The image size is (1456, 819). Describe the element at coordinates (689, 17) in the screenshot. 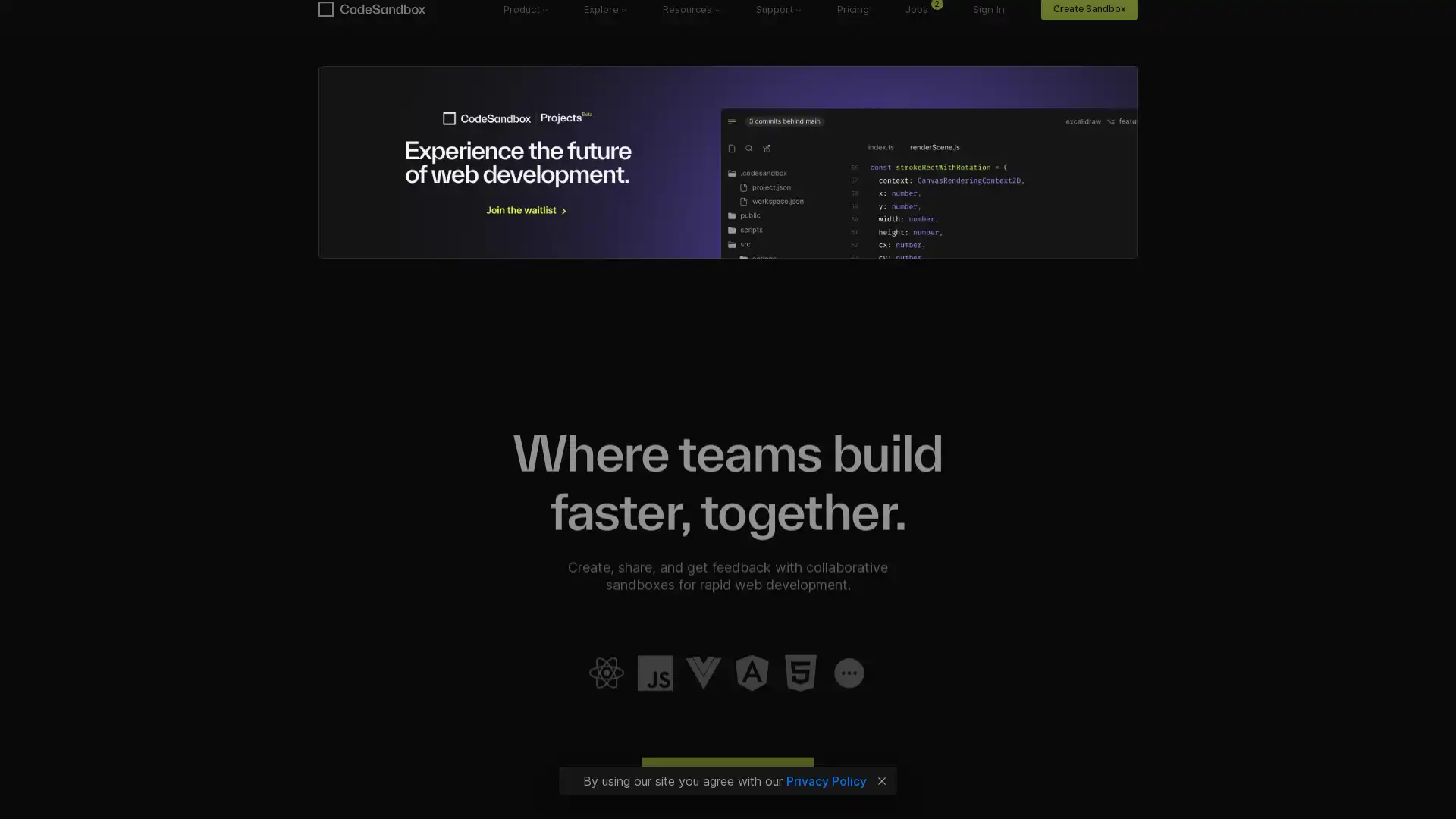

I see `Resources` at that location.